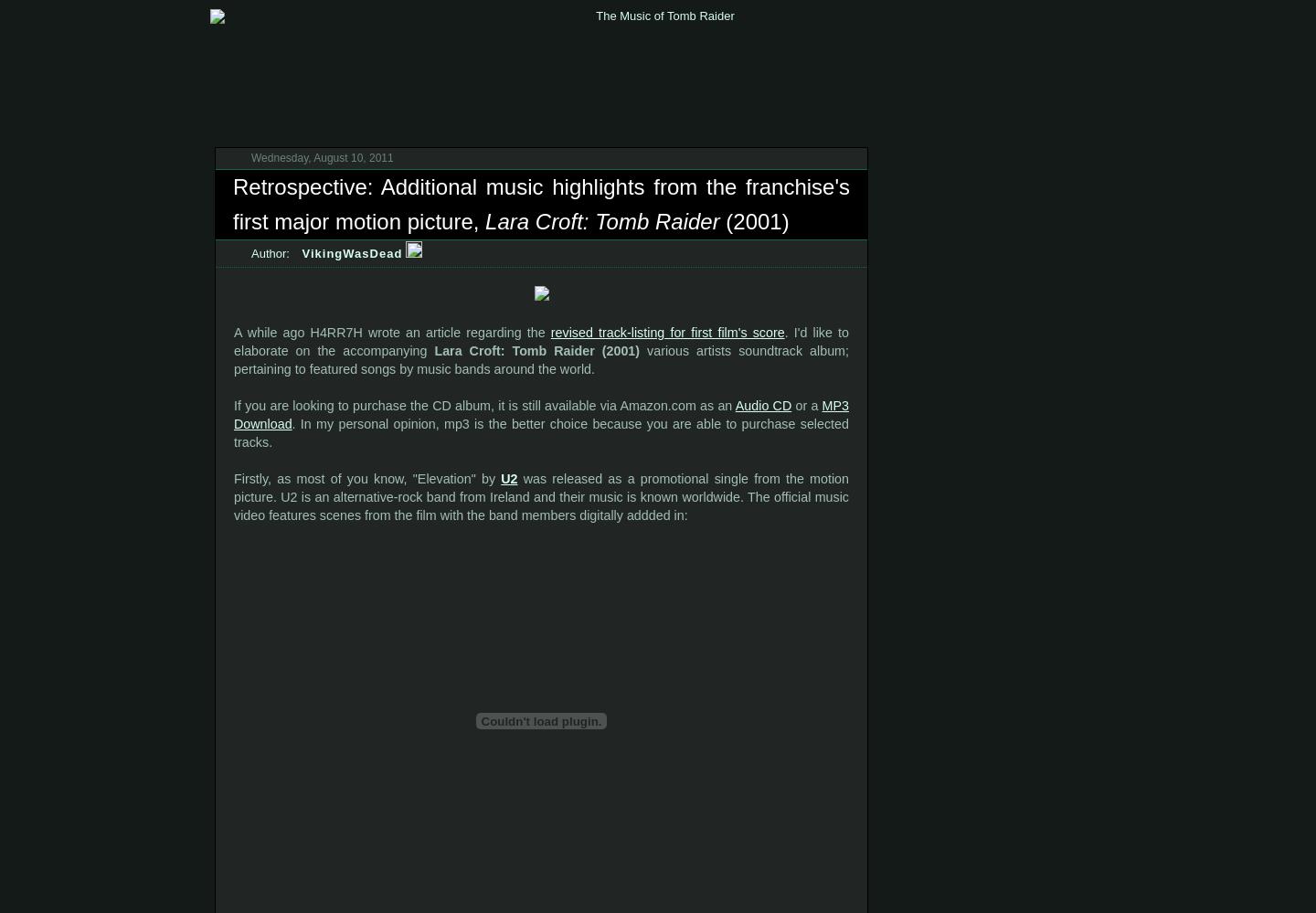 Image resolution: width=1316 pixels, height=913 pixels. What do you see at coordinates (536, 351) in the screenshot?
I see `'Lara Croft: Tomb Raider (2001)'` at bounding box center [536, 351].